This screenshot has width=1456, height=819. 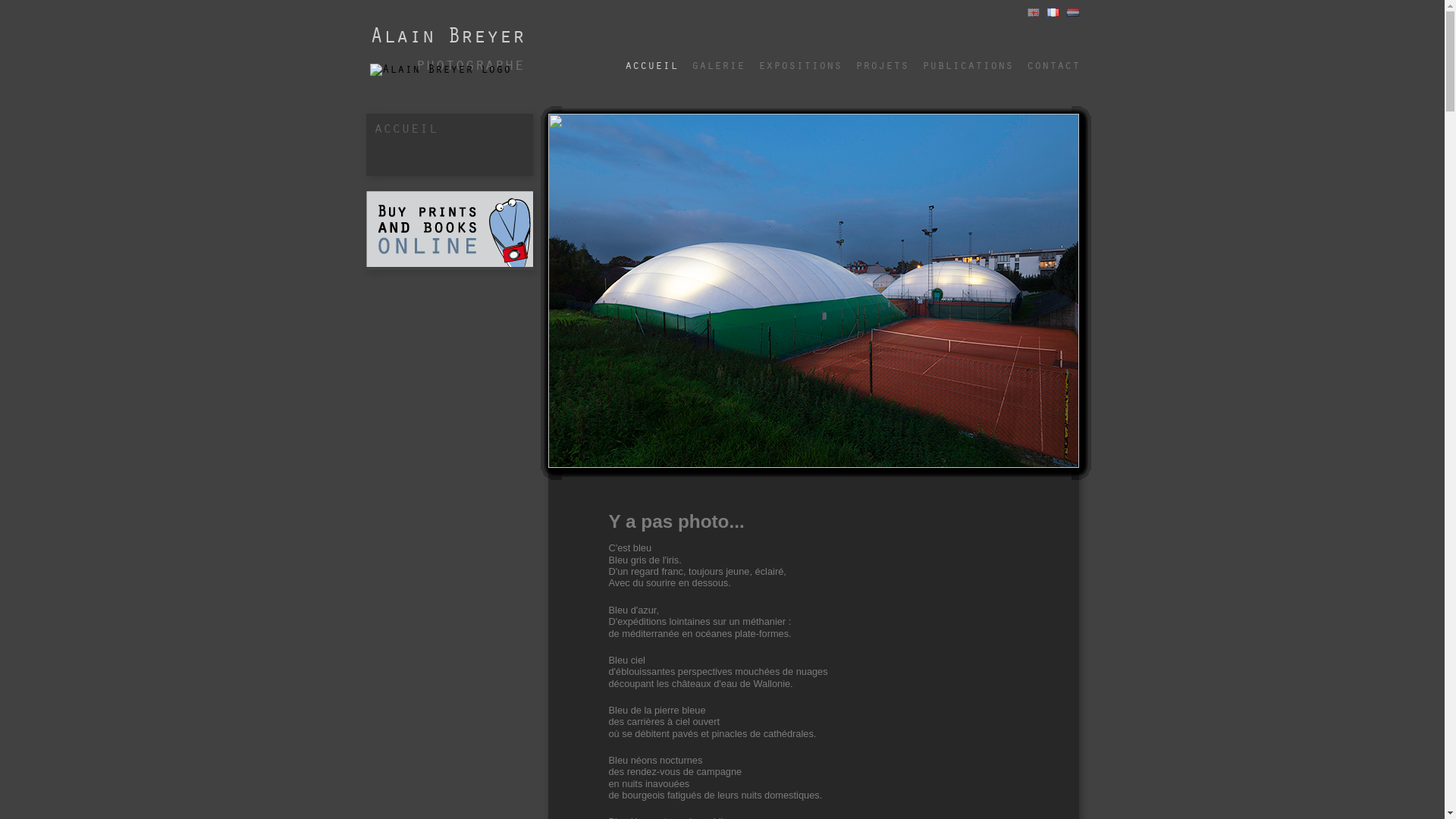 I want to click on 'expositions', so click(x=799, y=58).